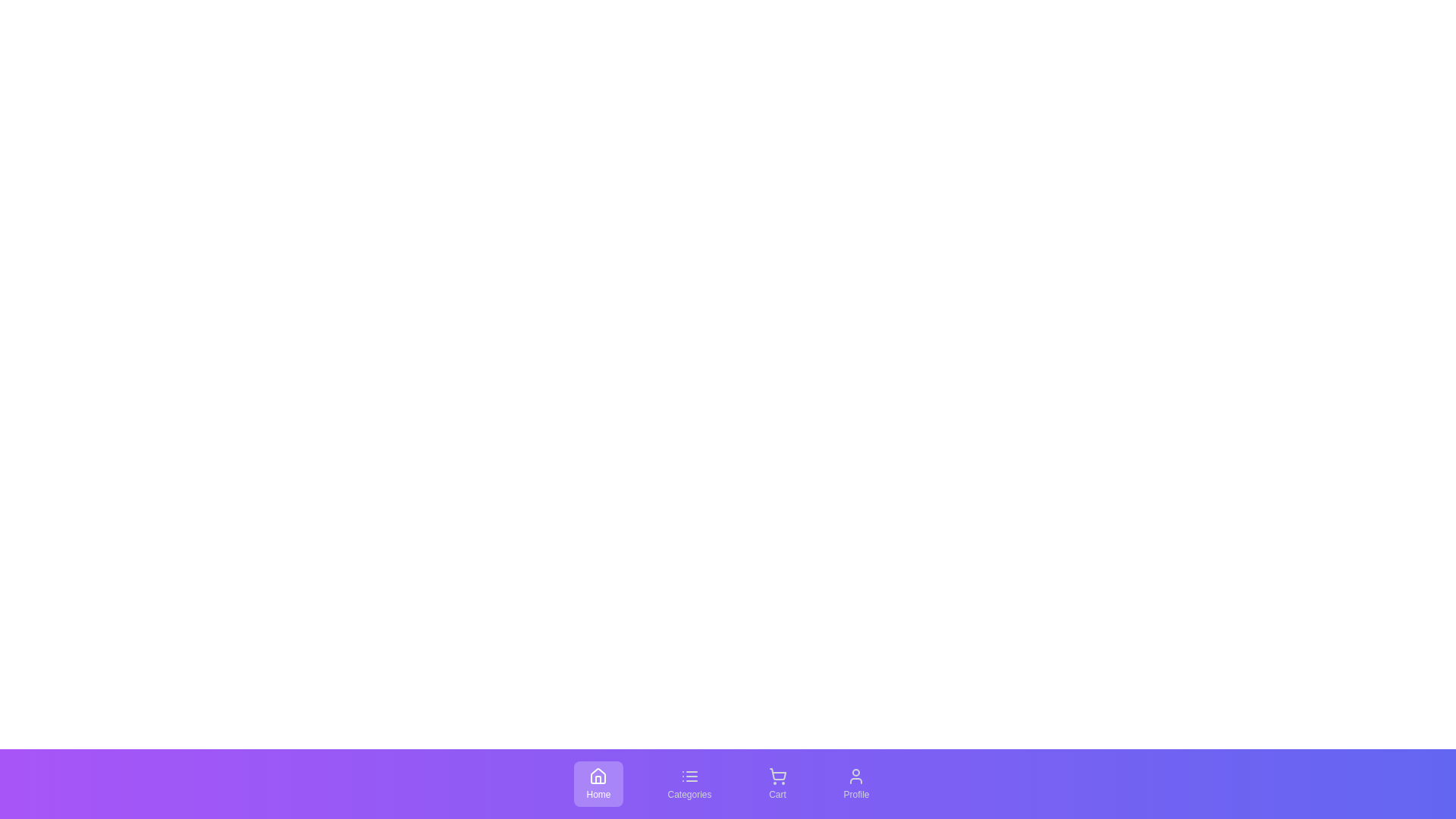  I want to click on the tab corresponding to Cart, so click(777, 783).